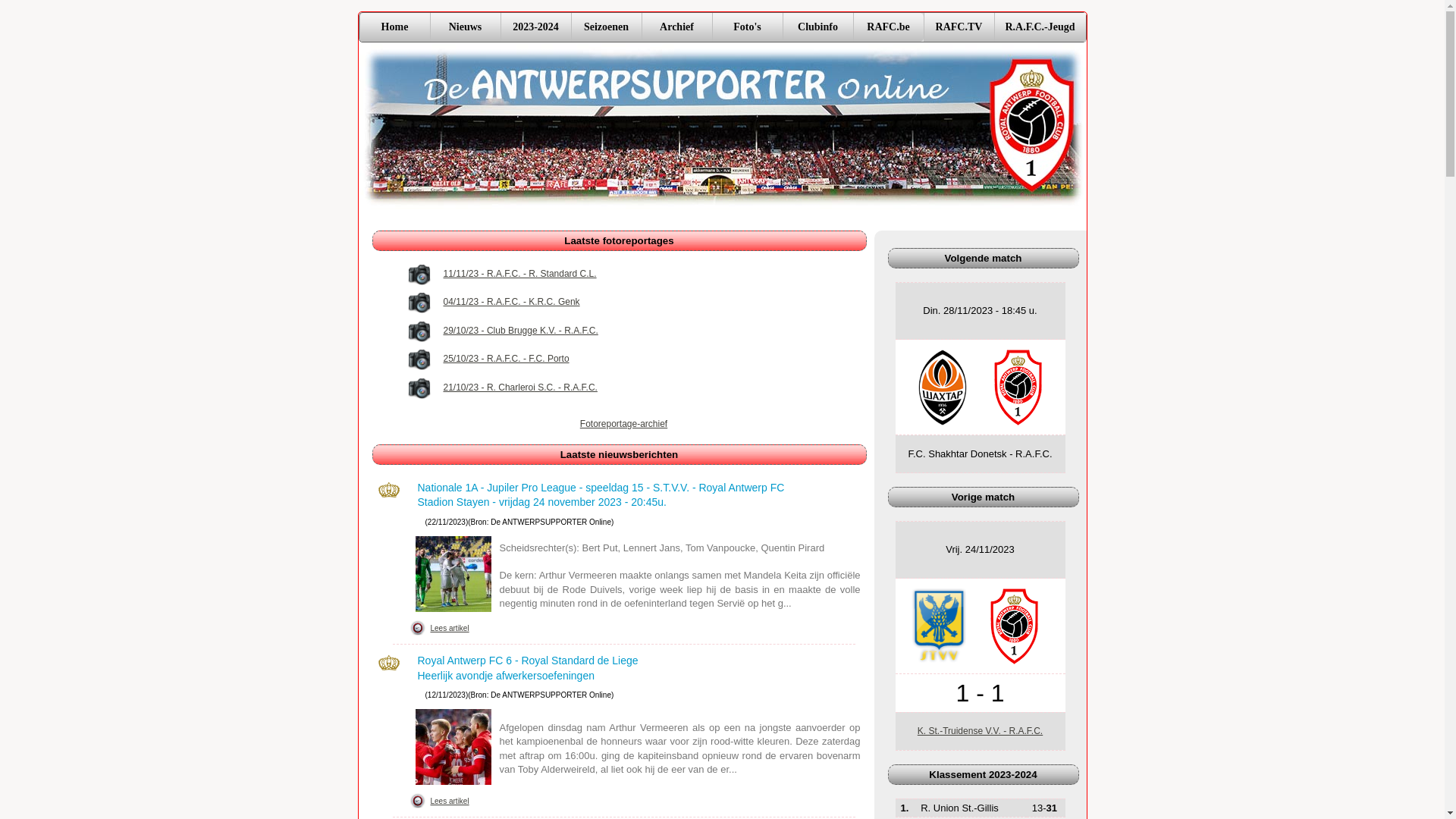 The width and height of the screenshot is (1456, 819). I want to click on '21/10/23 - R. Charleroi S.C. - R.A.F.C.', so click(520, 387).